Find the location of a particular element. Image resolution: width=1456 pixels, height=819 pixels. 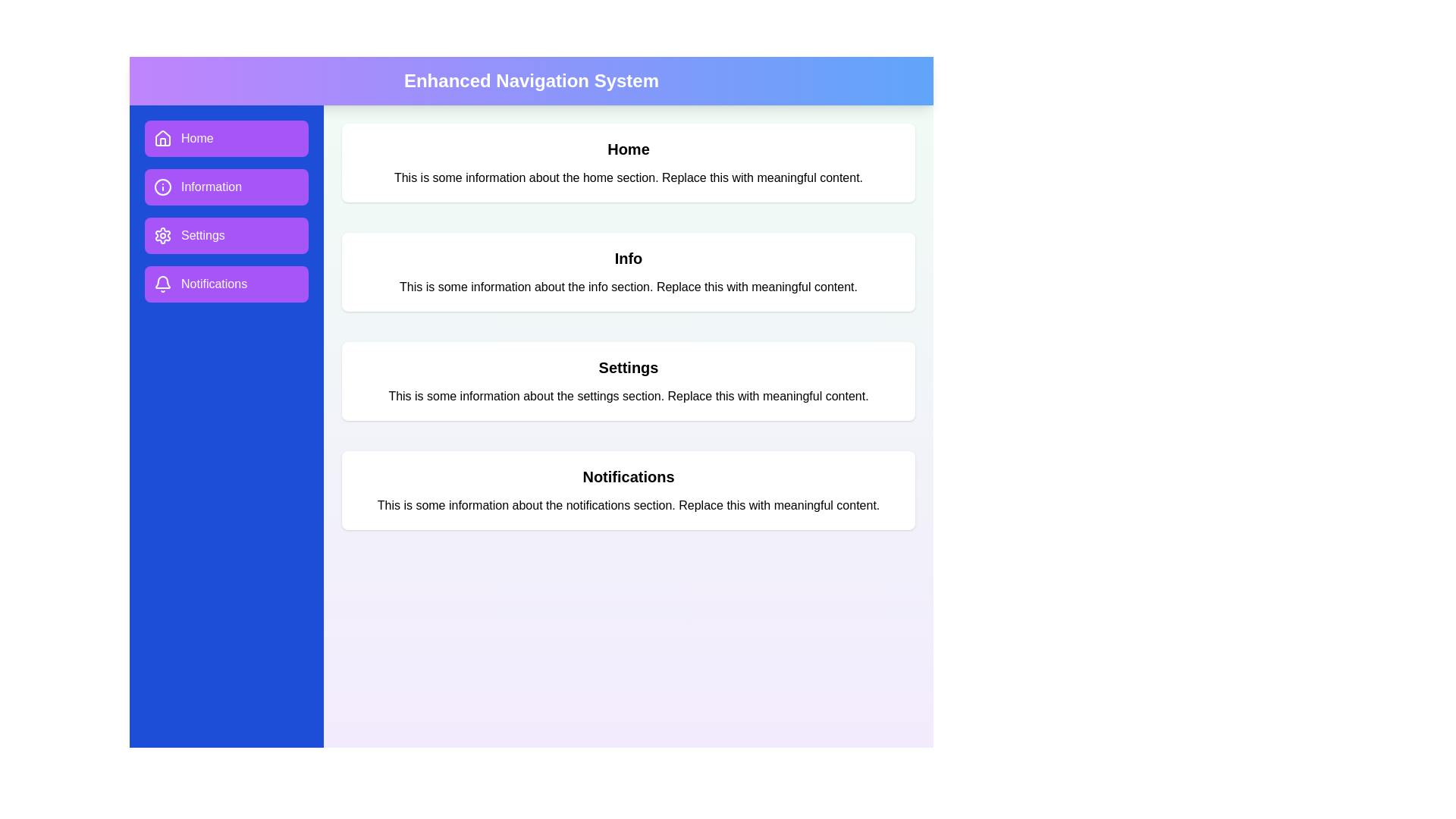

the 'Notifications' section header, which serves as the title for the content area below it is located at coordinates (629, 475).